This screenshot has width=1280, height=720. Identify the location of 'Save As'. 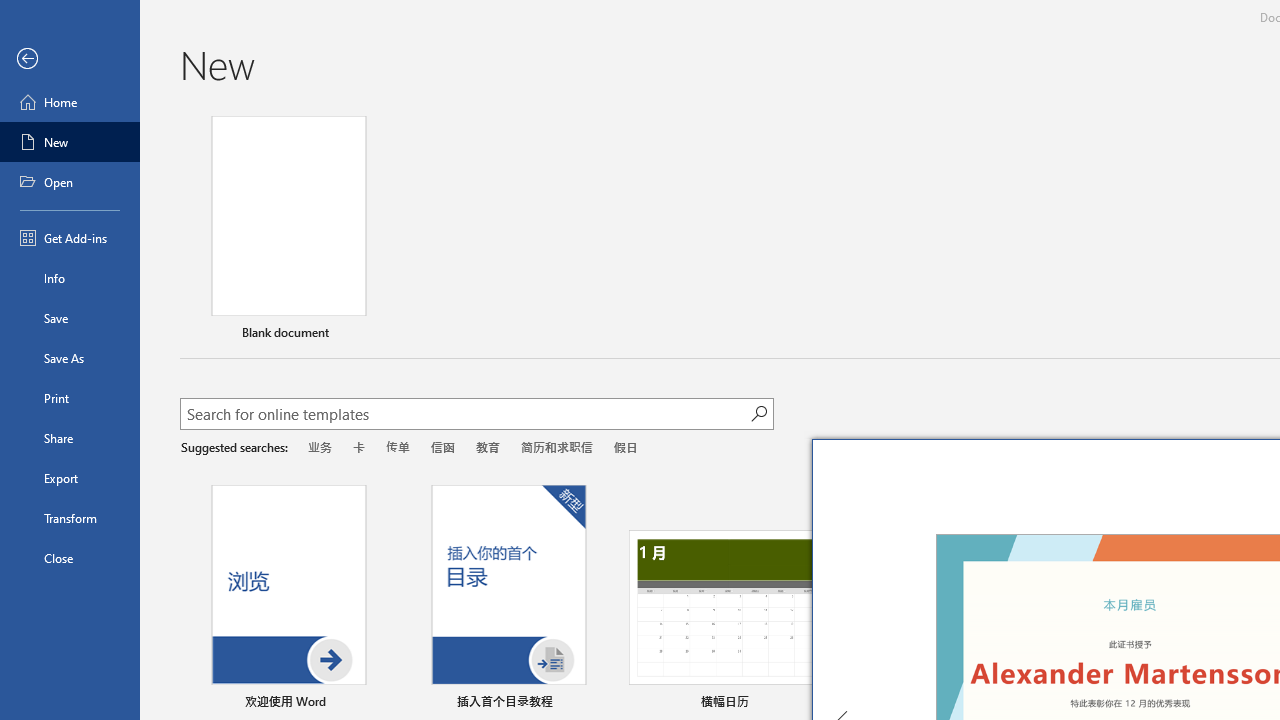
(69, 356).